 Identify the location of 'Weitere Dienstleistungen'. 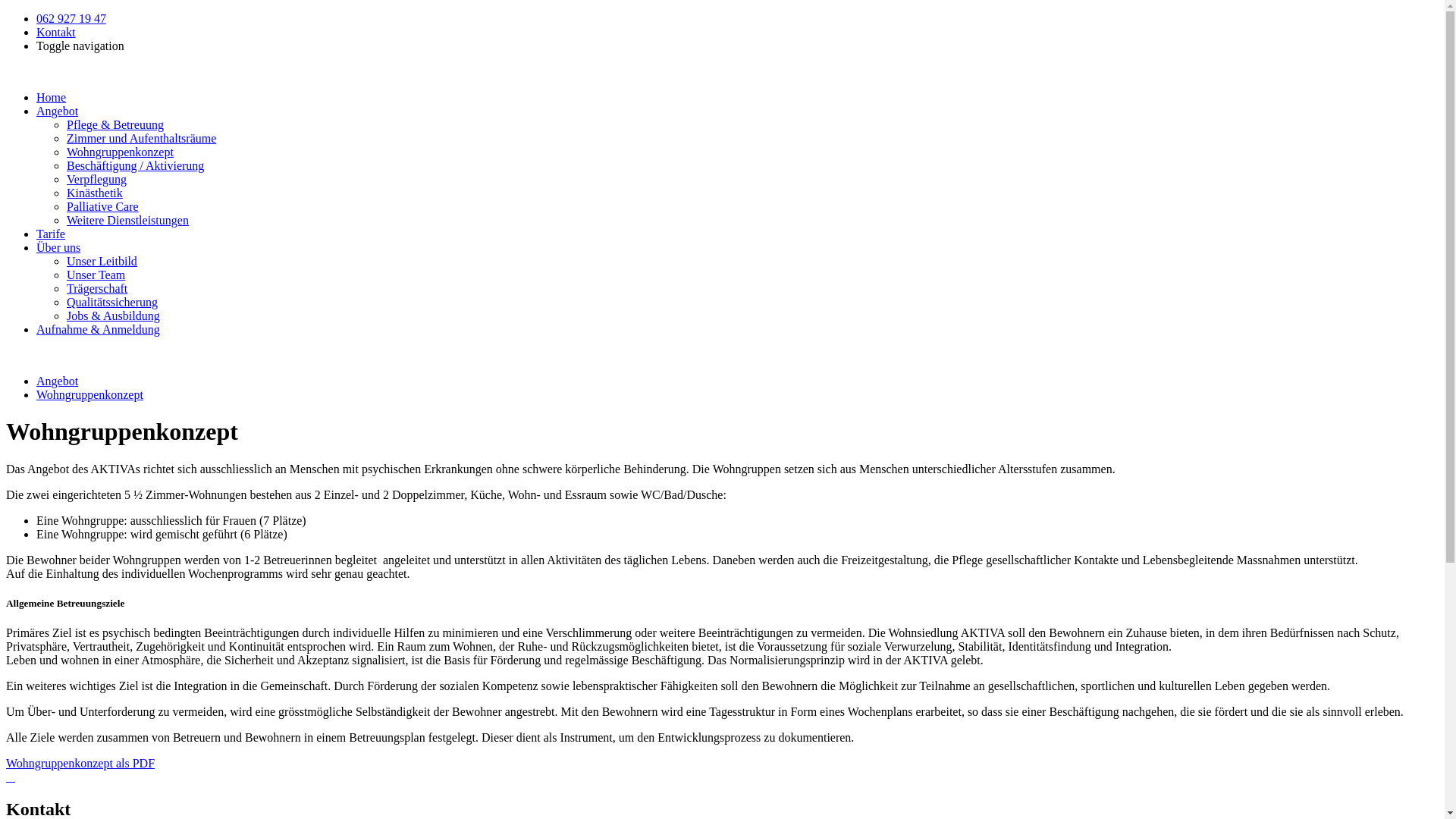
(65, 220).